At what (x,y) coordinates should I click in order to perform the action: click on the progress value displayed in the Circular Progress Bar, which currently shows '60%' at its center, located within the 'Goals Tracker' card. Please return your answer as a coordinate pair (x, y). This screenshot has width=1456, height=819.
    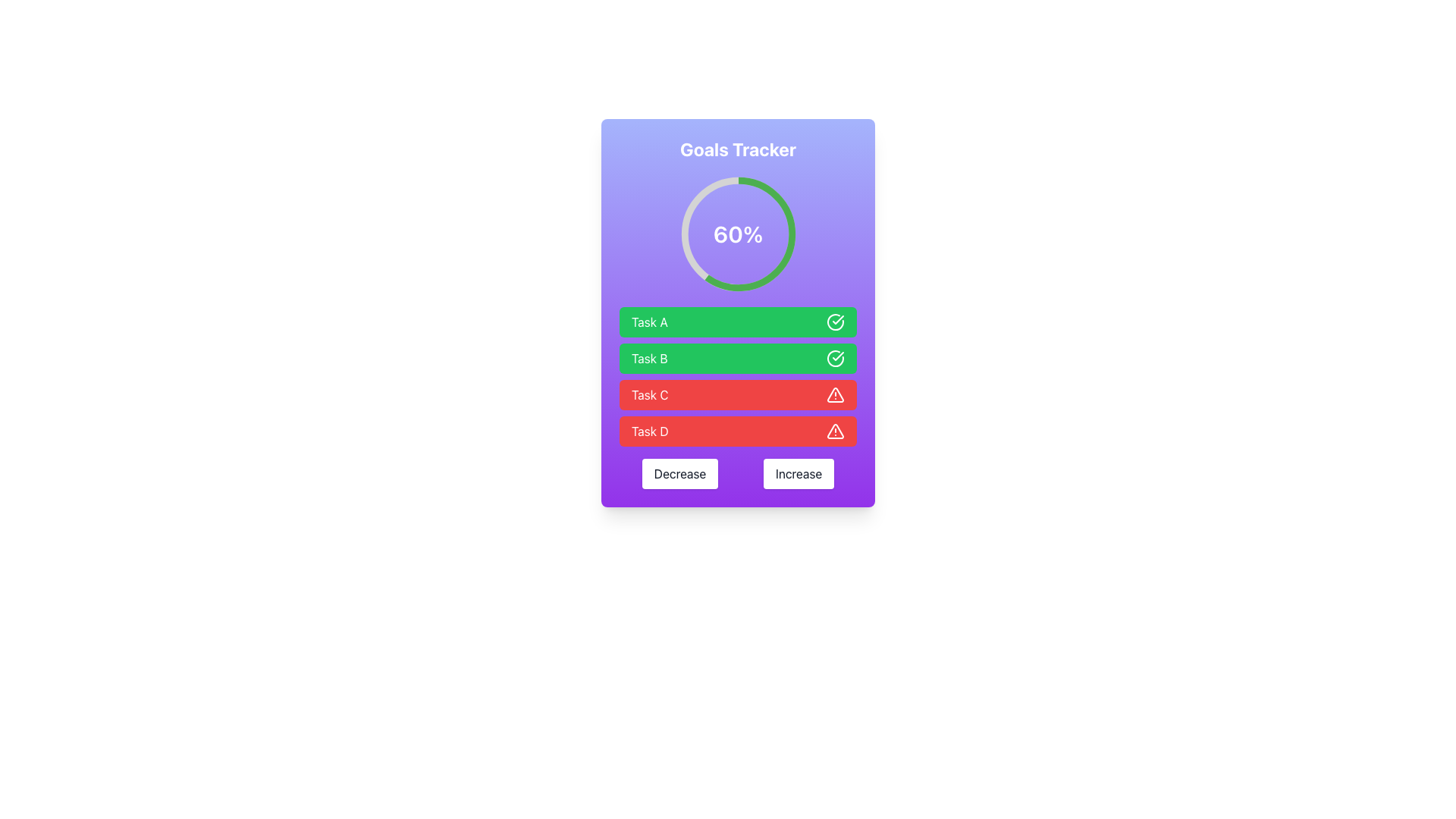
    Looking at the image, I should click on (738, 234).